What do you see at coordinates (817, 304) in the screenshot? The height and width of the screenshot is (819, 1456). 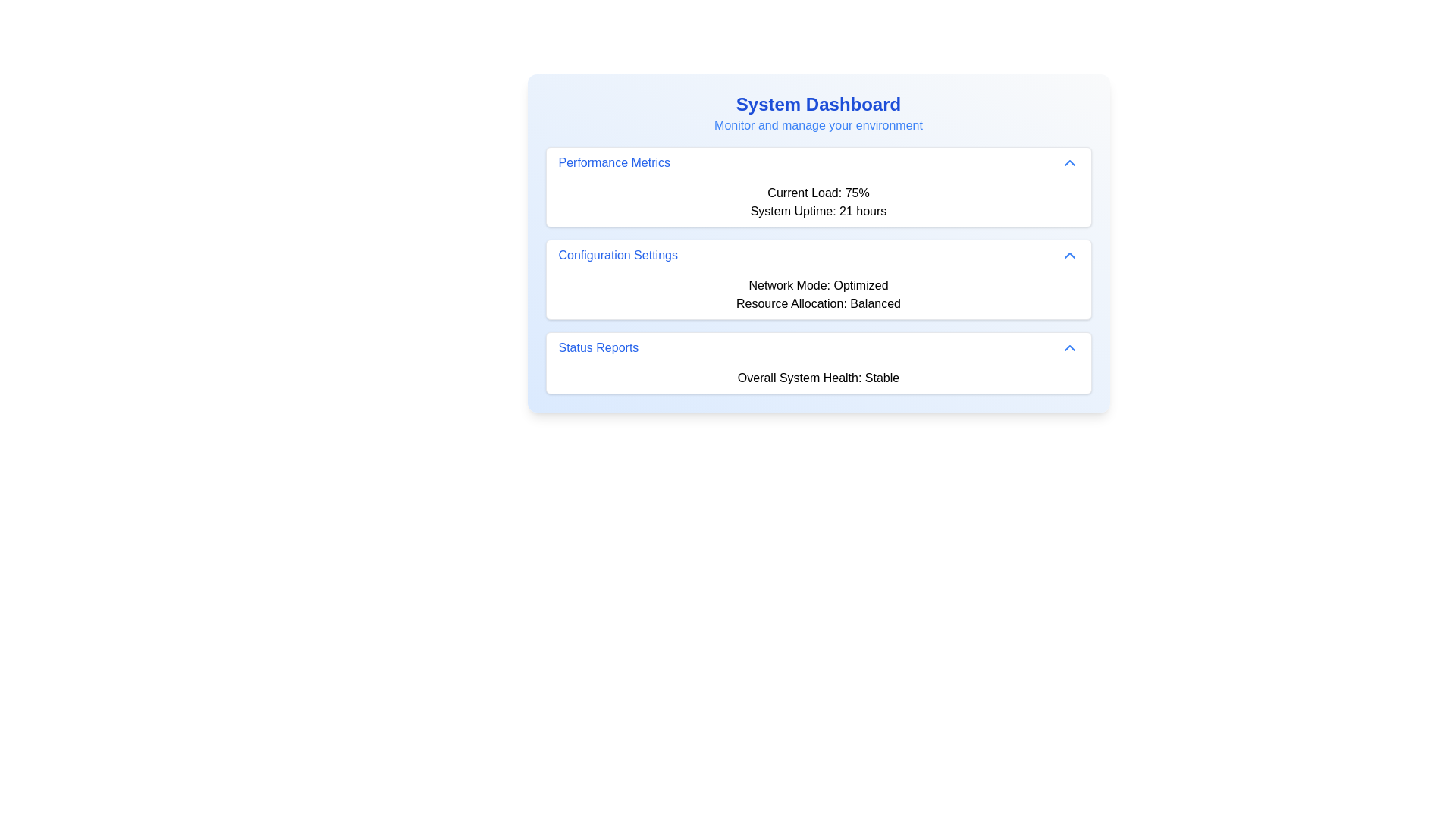 I see `the static text label indicating 'Balanced' in the 'Configuration Settings' card, which summarizes the current resource allocation` at bounding box center [817, 304].